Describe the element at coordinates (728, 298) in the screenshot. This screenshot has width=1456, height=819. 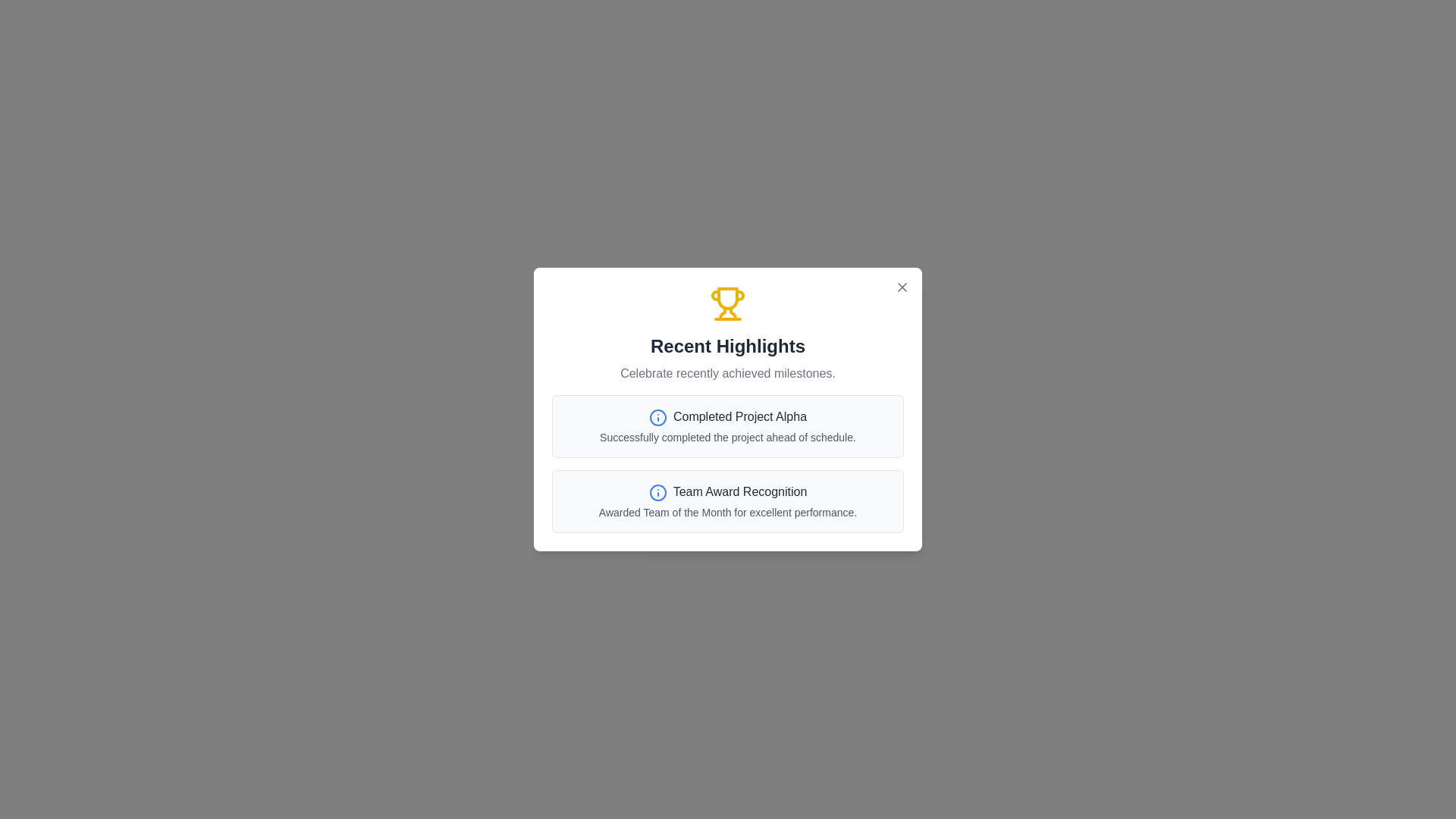
I see `the decorative graphical component within the trophy icon, which is located at the center of the trophy design in the popup window titled 'Recent Highlights'` at that location.